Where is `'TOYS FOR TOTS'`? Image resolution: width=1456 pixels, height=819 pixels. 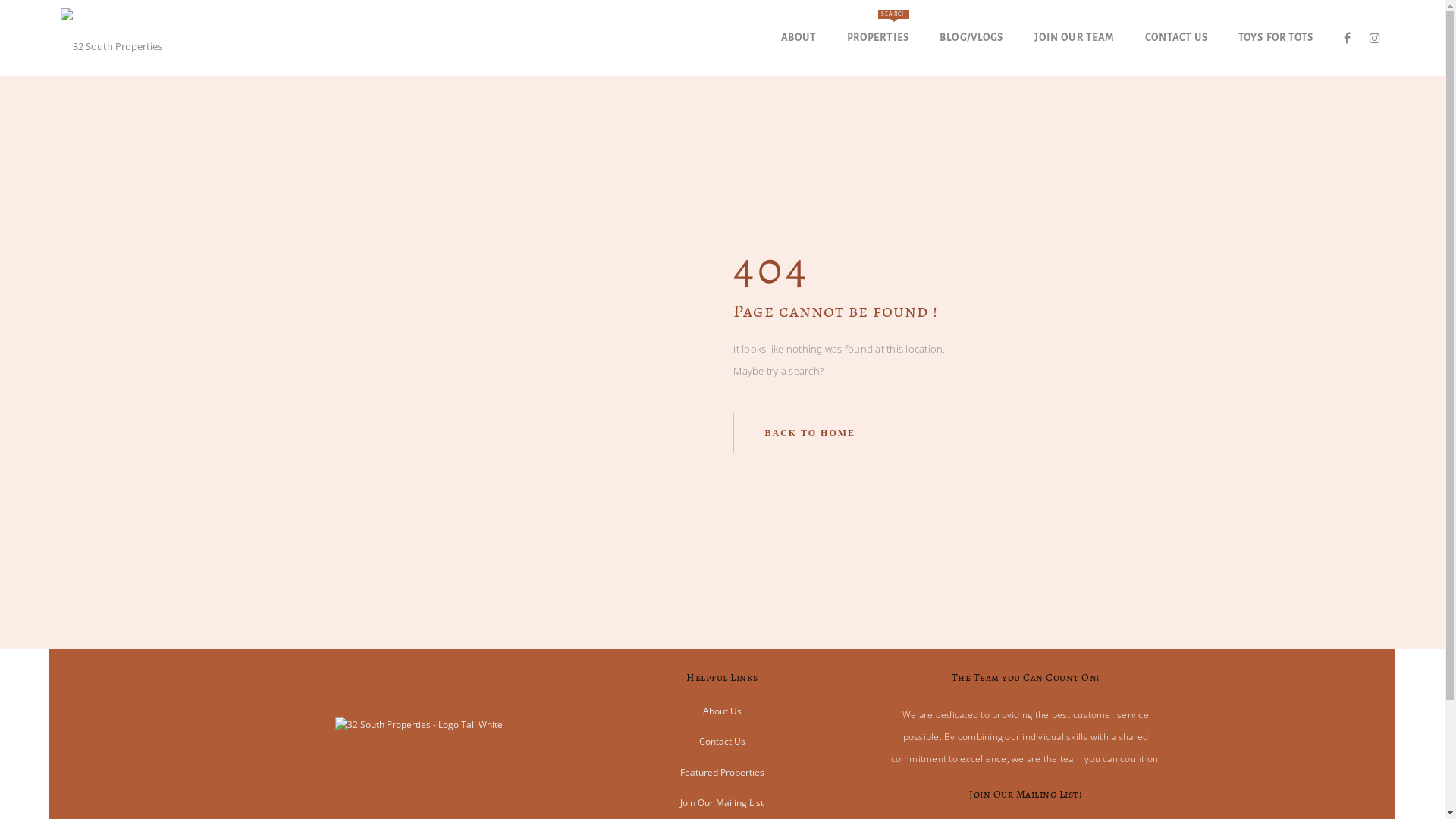 'TOYS FOR TOTS' is located at coordinates (1275, 37).